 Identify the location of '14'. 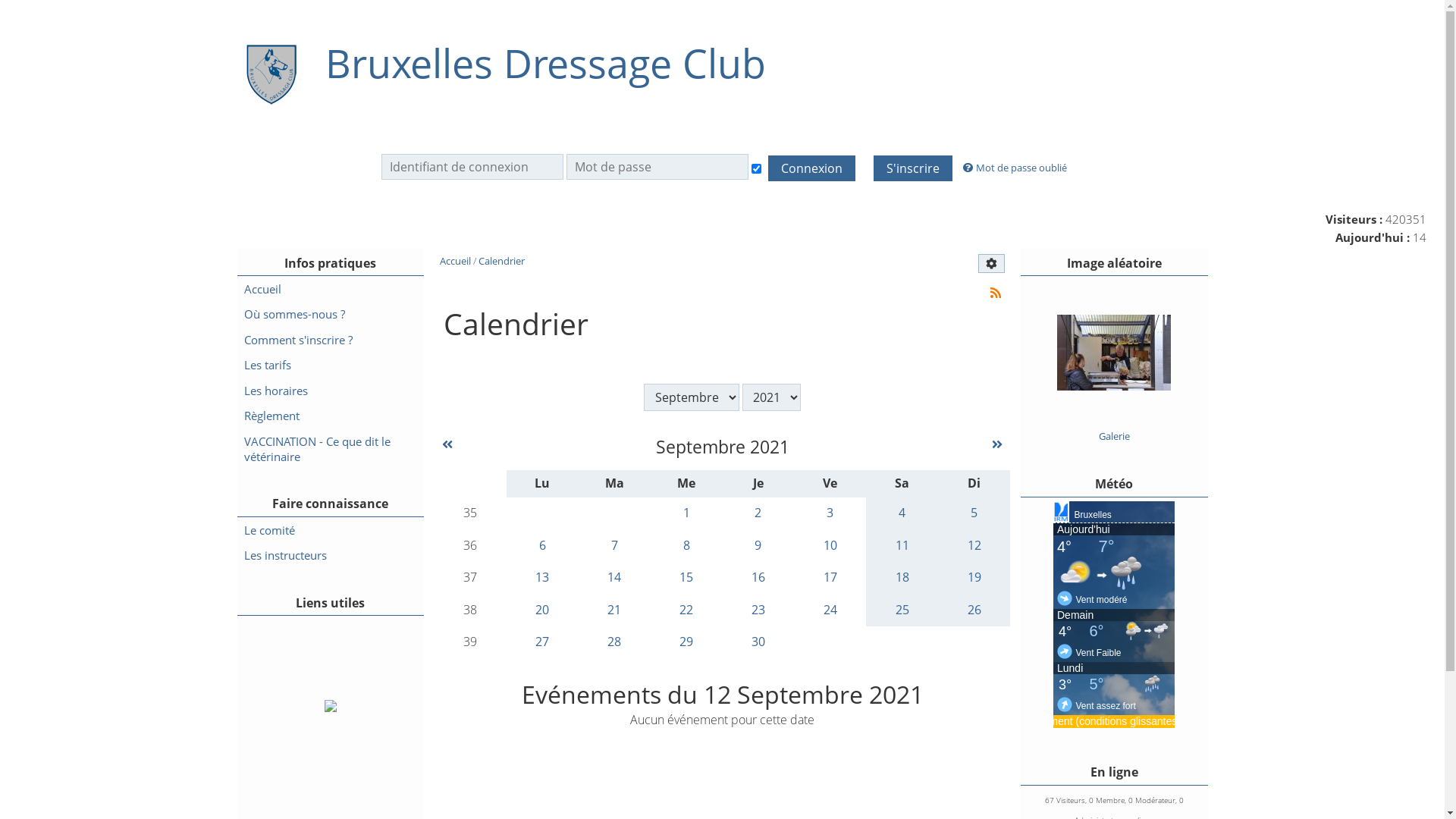
(614, 578).